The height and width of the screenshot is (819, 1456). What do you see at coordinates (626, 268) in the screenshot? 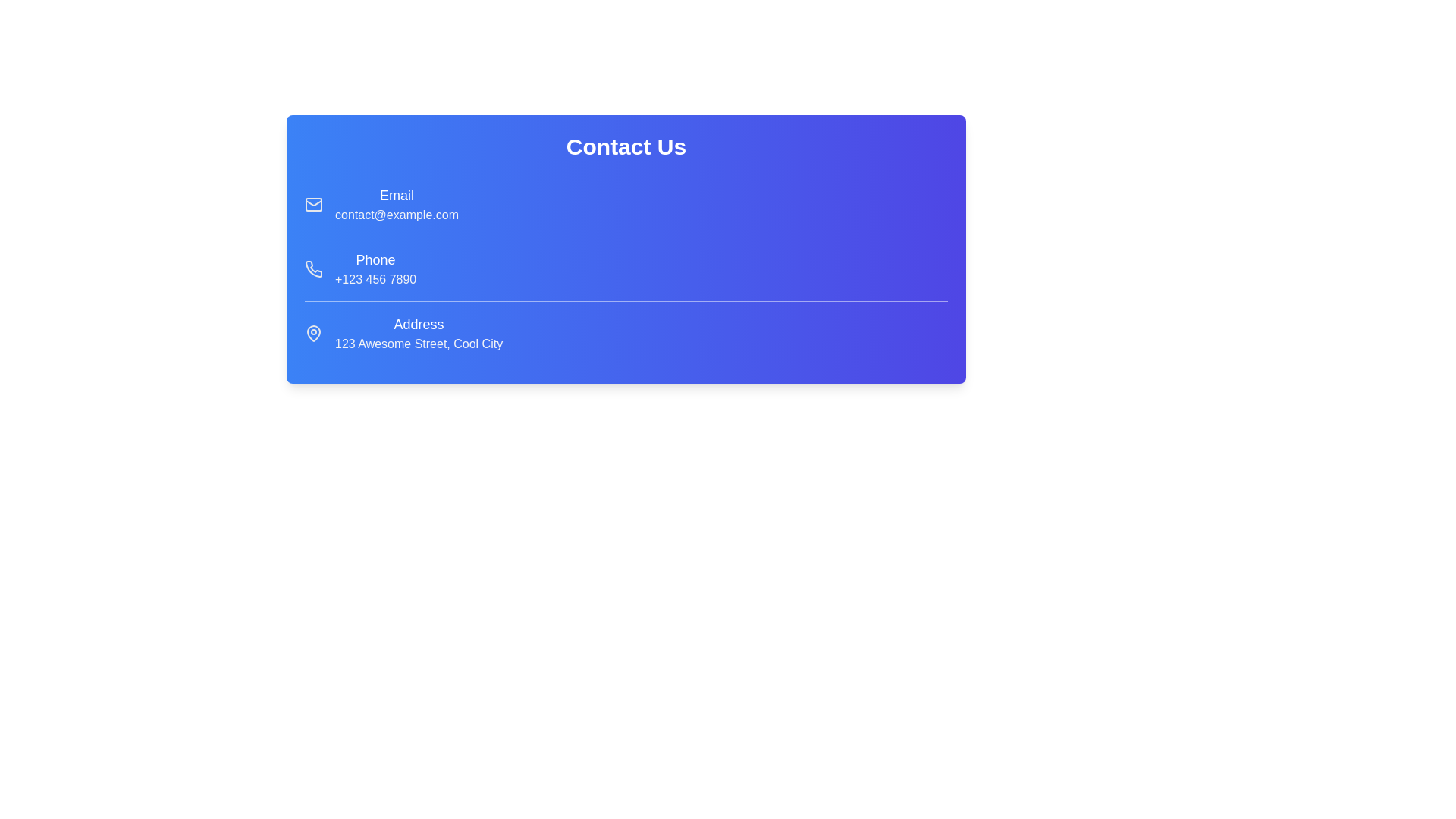
I see `the Display Panel located below the 'Contact Us' title, which serves as a display area for contact information` at bounding box center [626, 268].